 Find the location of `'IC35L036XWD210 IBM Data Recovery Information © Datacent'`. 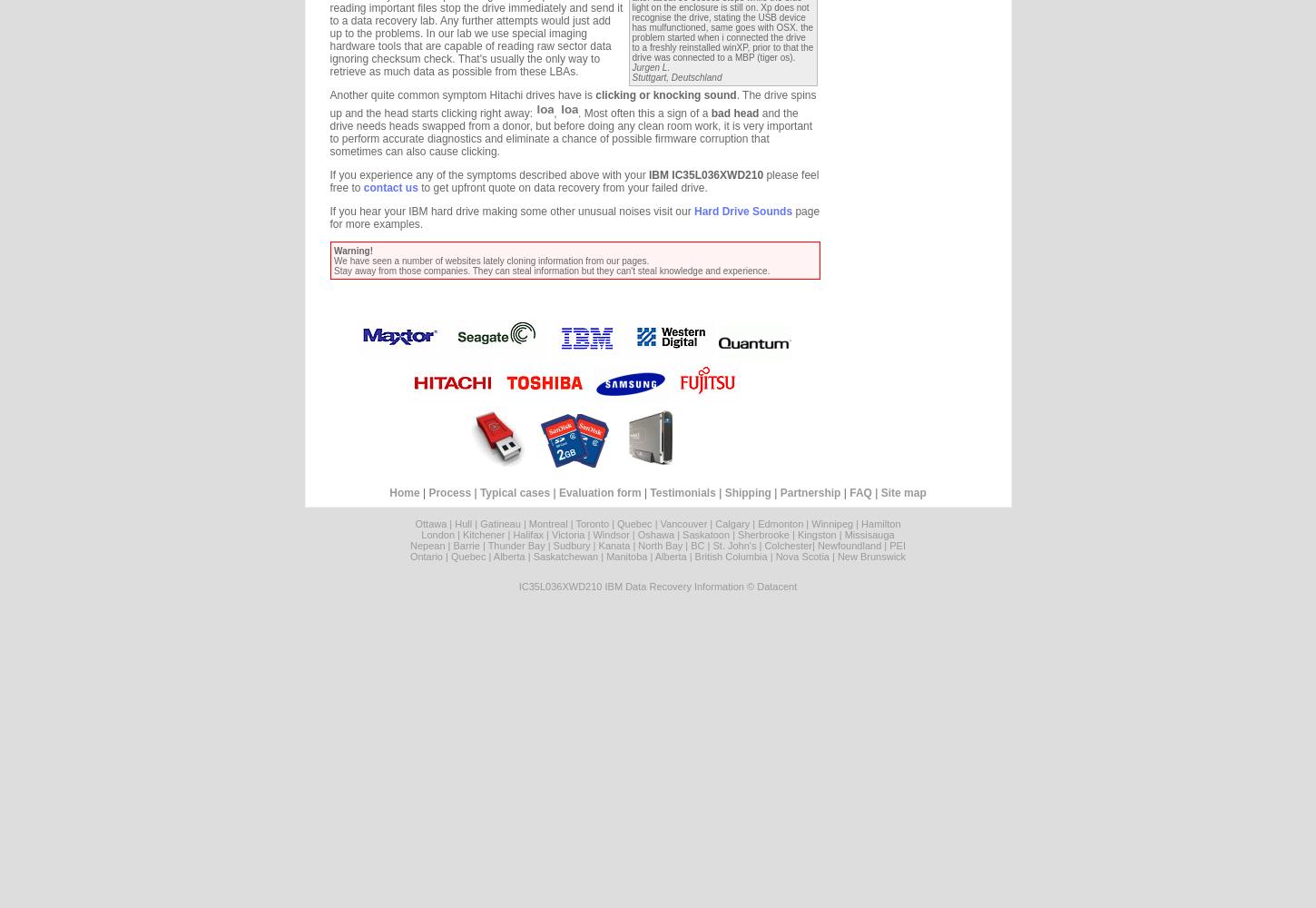

'IC35L036XWD210 IBM Data Recovery Information © Datacent' is located at coordinates (656, 587).